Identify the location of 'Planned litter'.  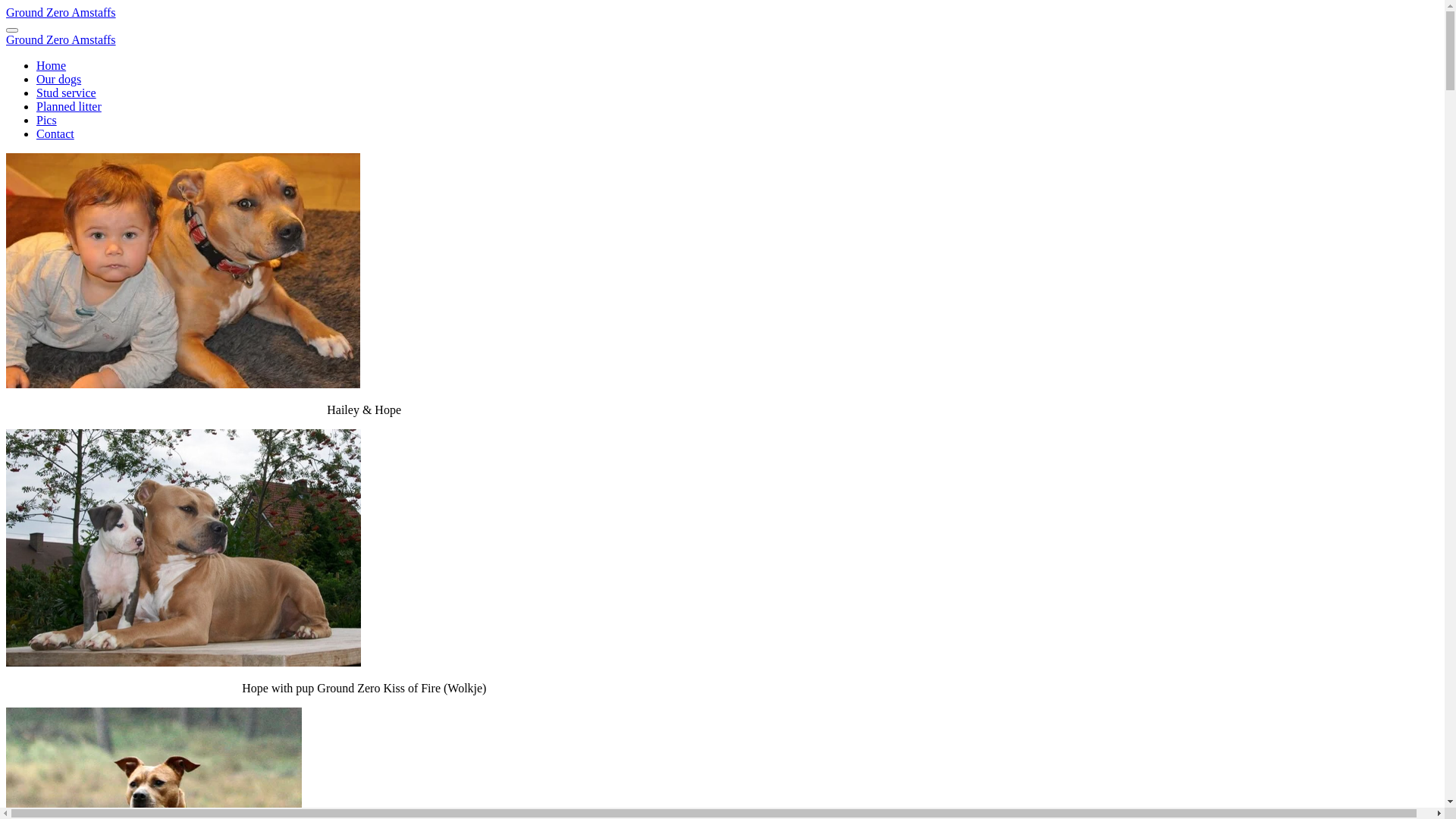
(68, 105).